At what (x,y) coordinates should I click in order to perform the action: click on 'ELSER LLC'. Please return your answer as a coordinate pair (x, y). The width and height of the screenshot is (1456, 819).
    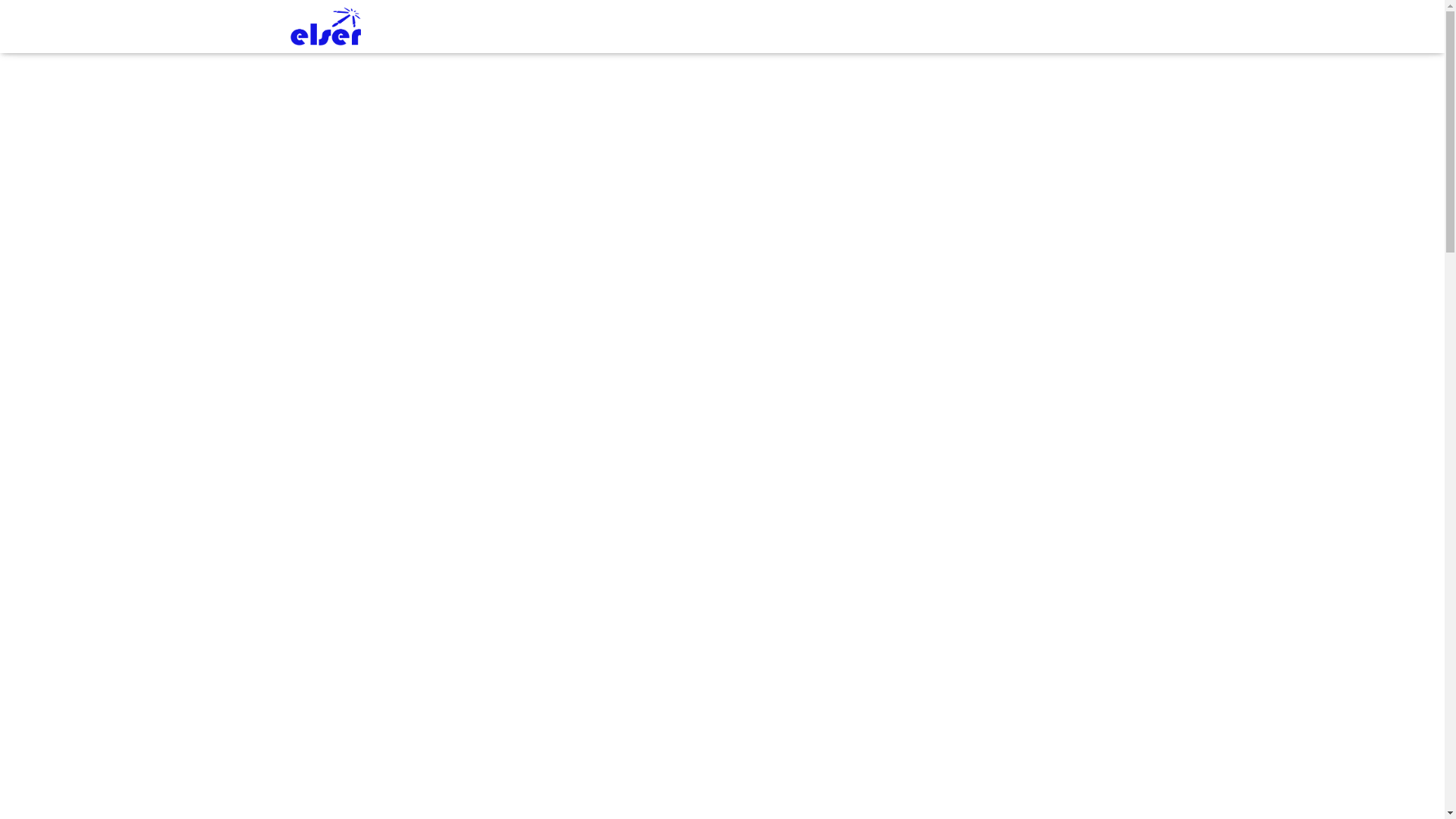
    Looking at the image, I should click on (279, 26).